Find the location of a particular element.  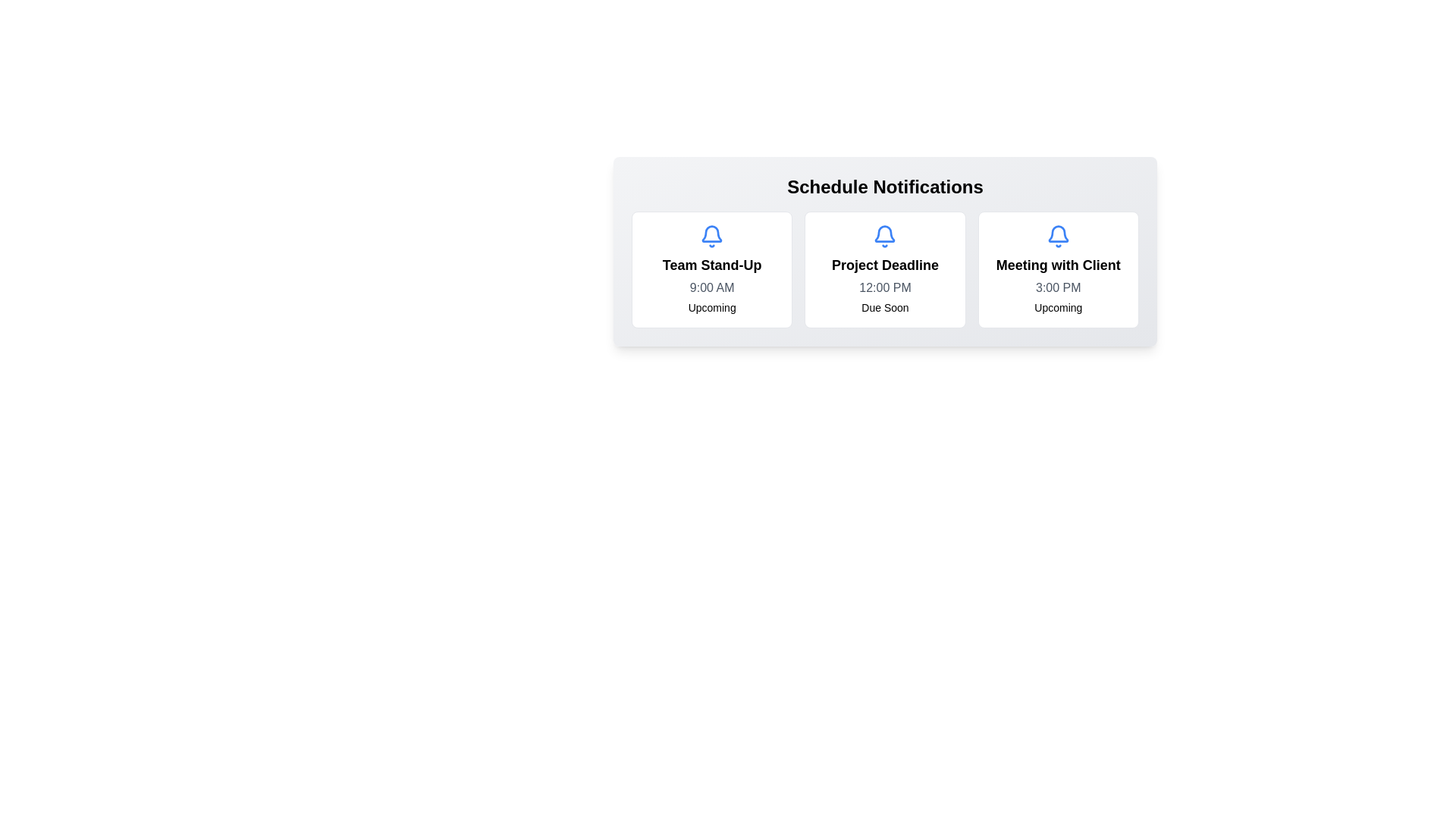

the 'Upcoming' label that is styled with small font size and green color, located at the bottom of the 'Meeting with Client' card, centered beneath the time '3:00 PM' is located at coordinates (1057, 307).